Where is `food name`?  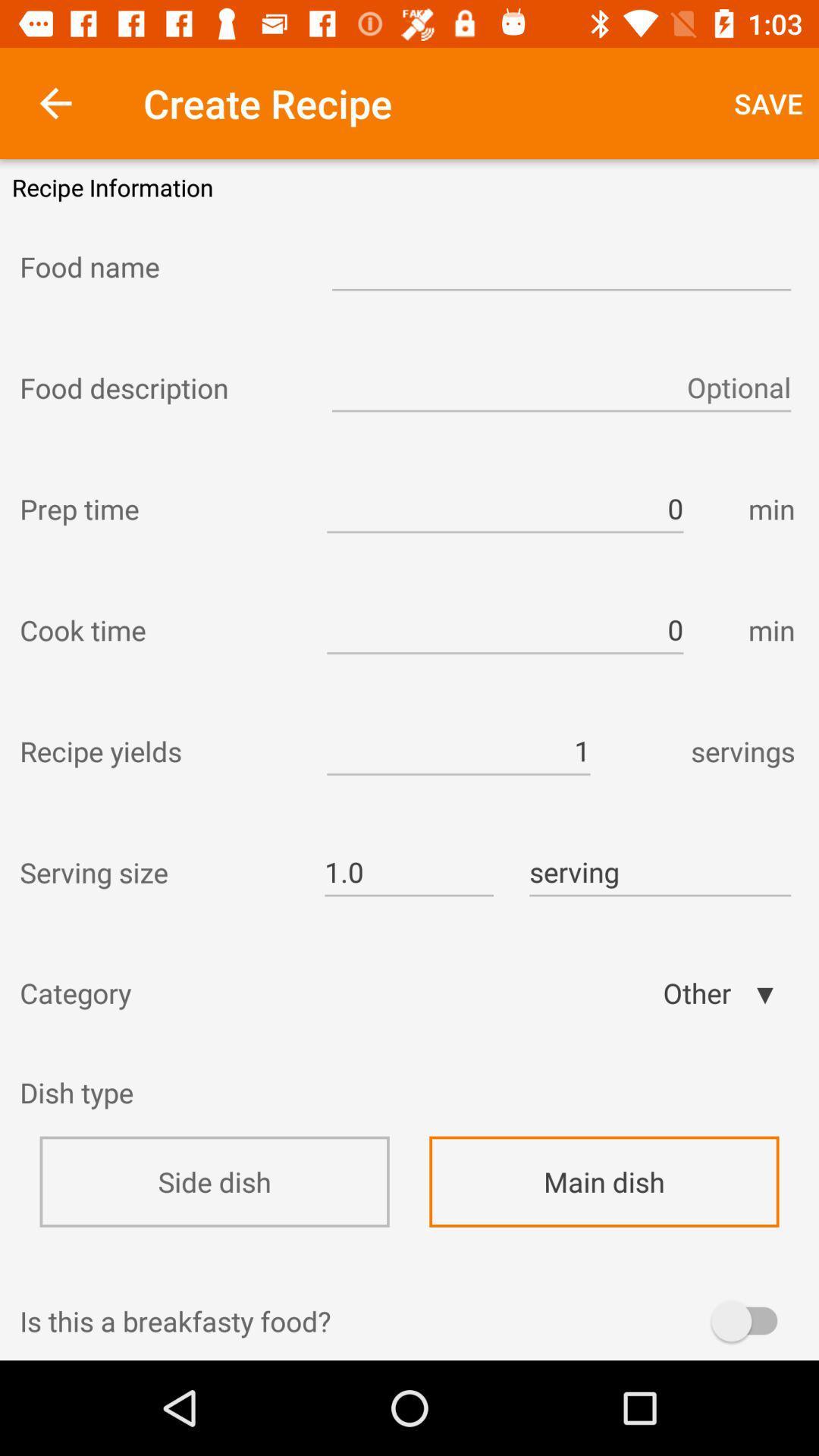
food name is located at coordinates (162, 266).